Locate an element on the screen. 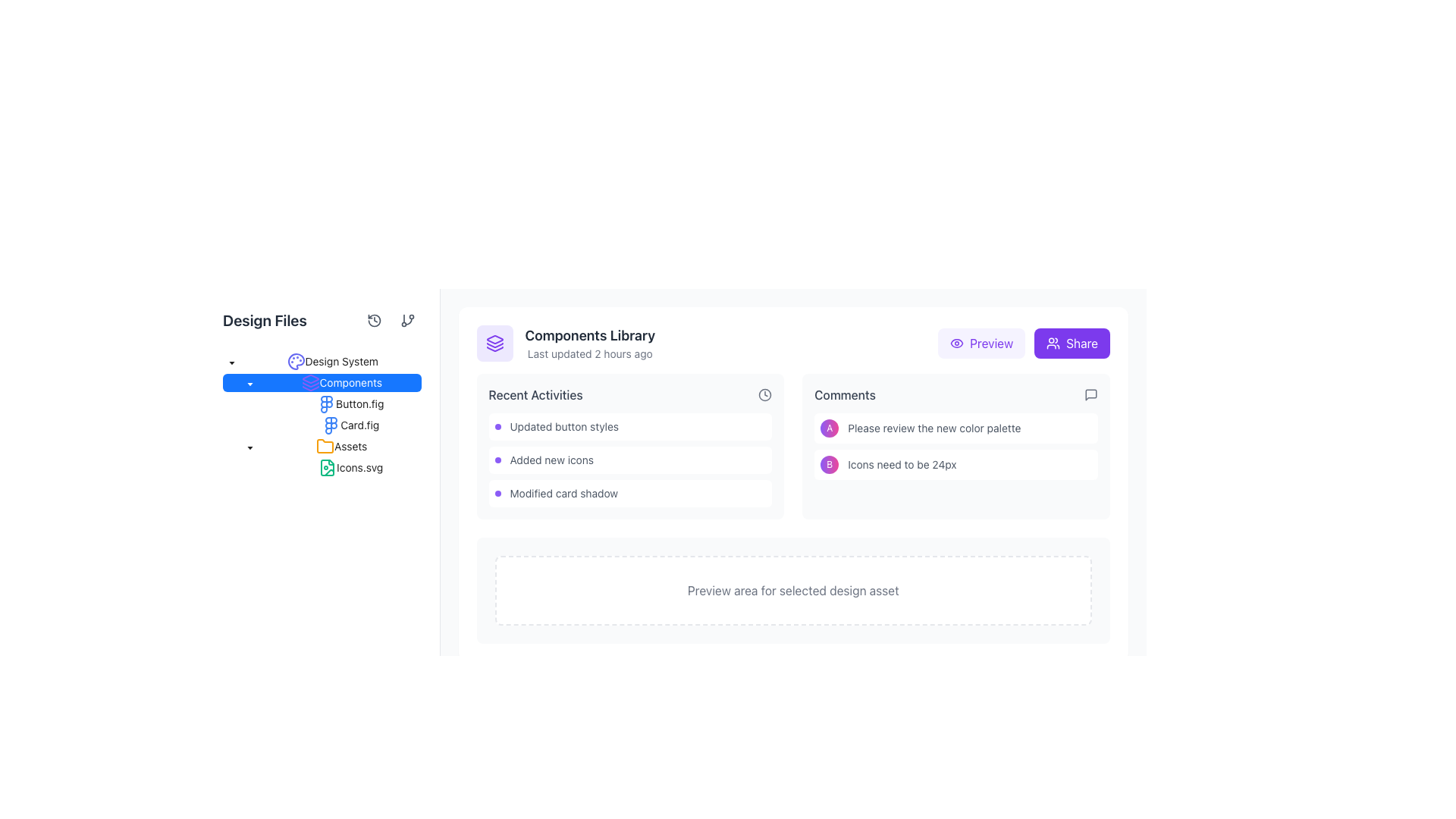 The image size is (1456, 819). the minimalist message icon located in the top-right corner of the 'Comments' section is located at coordinates (1090, 394).